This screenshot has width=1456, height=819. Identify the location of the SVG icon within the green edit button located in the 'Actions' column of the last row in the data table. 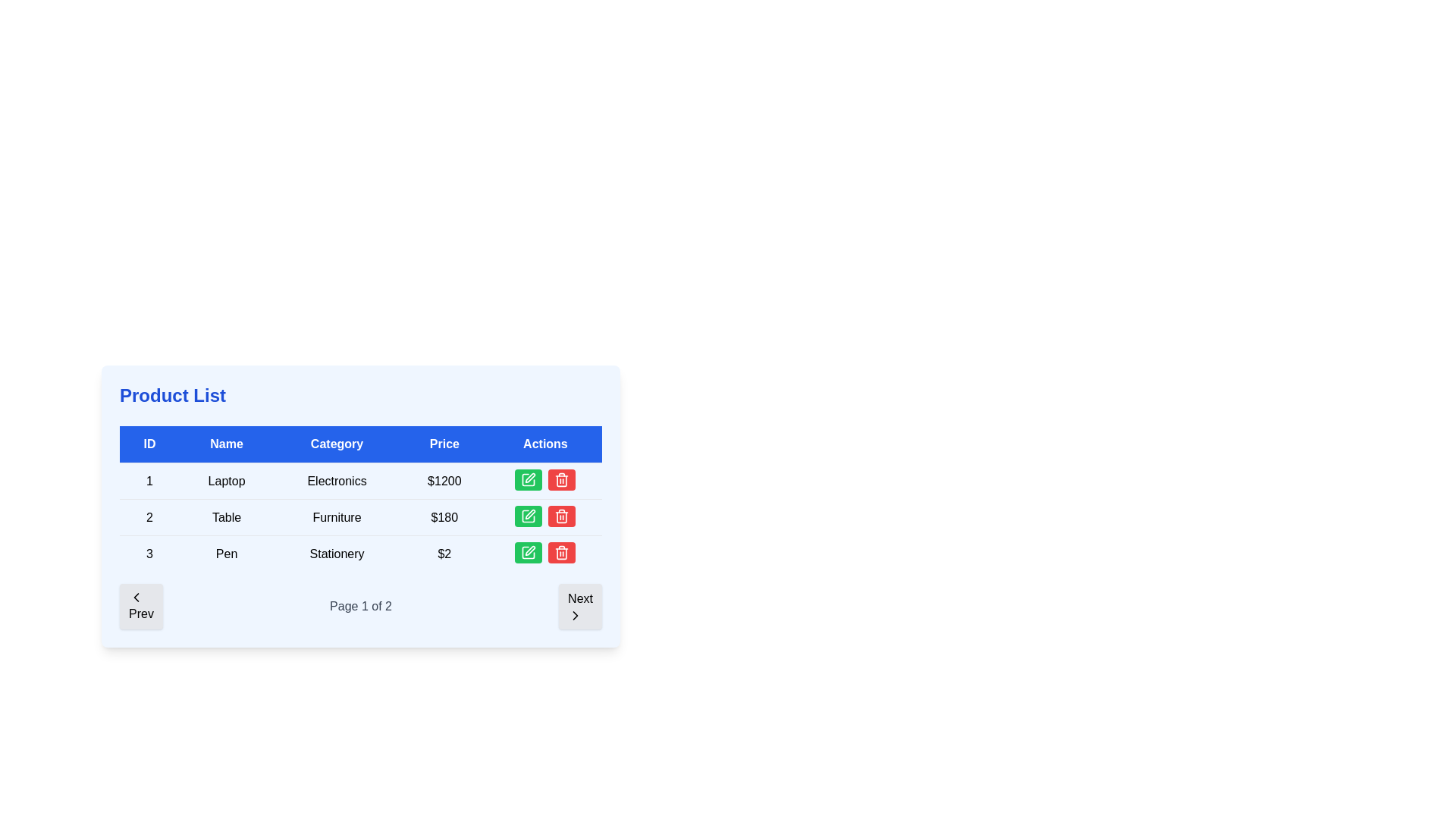
(529, 479).